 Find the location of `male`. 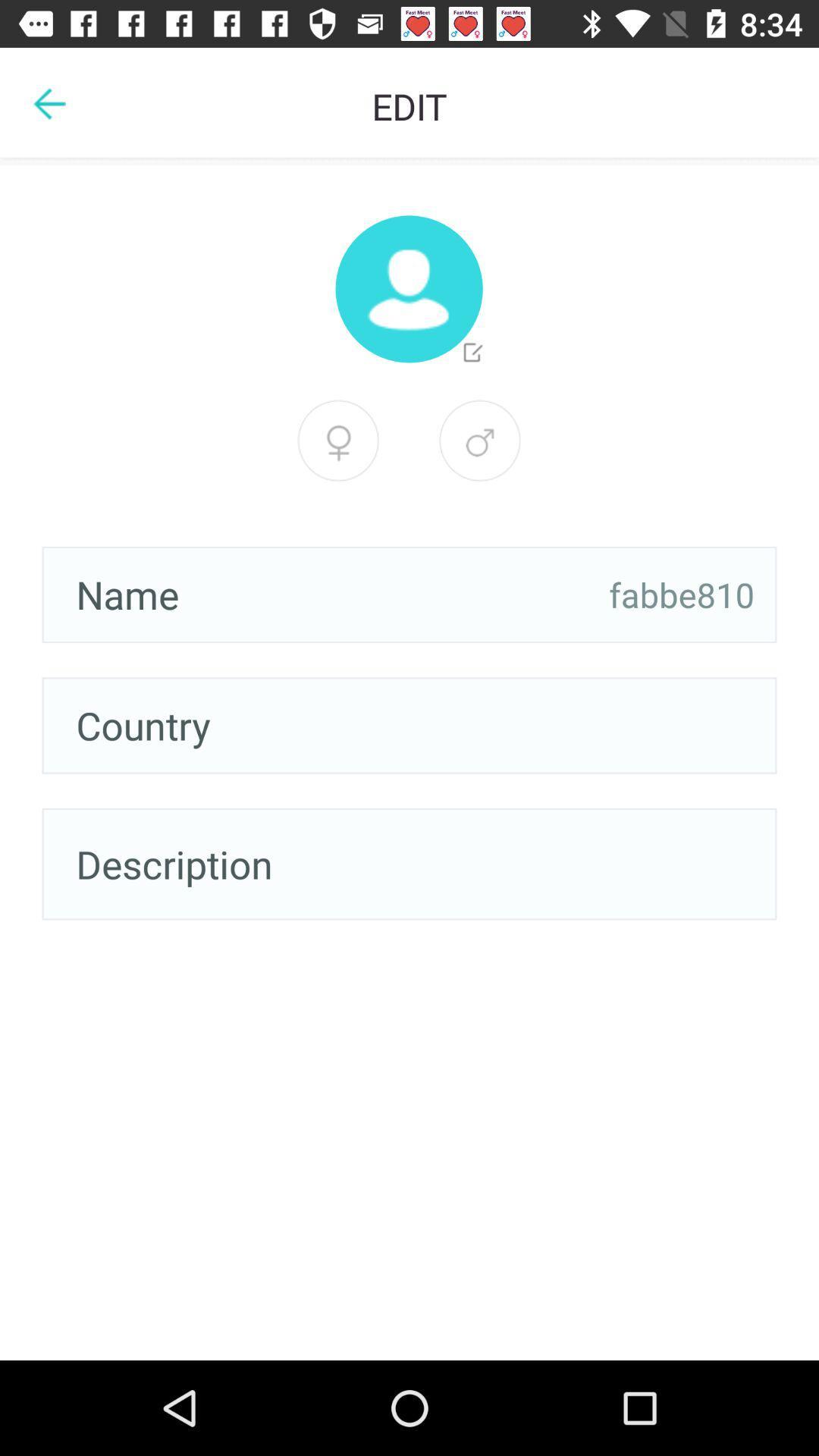

male is located at coordinates (479, 440).